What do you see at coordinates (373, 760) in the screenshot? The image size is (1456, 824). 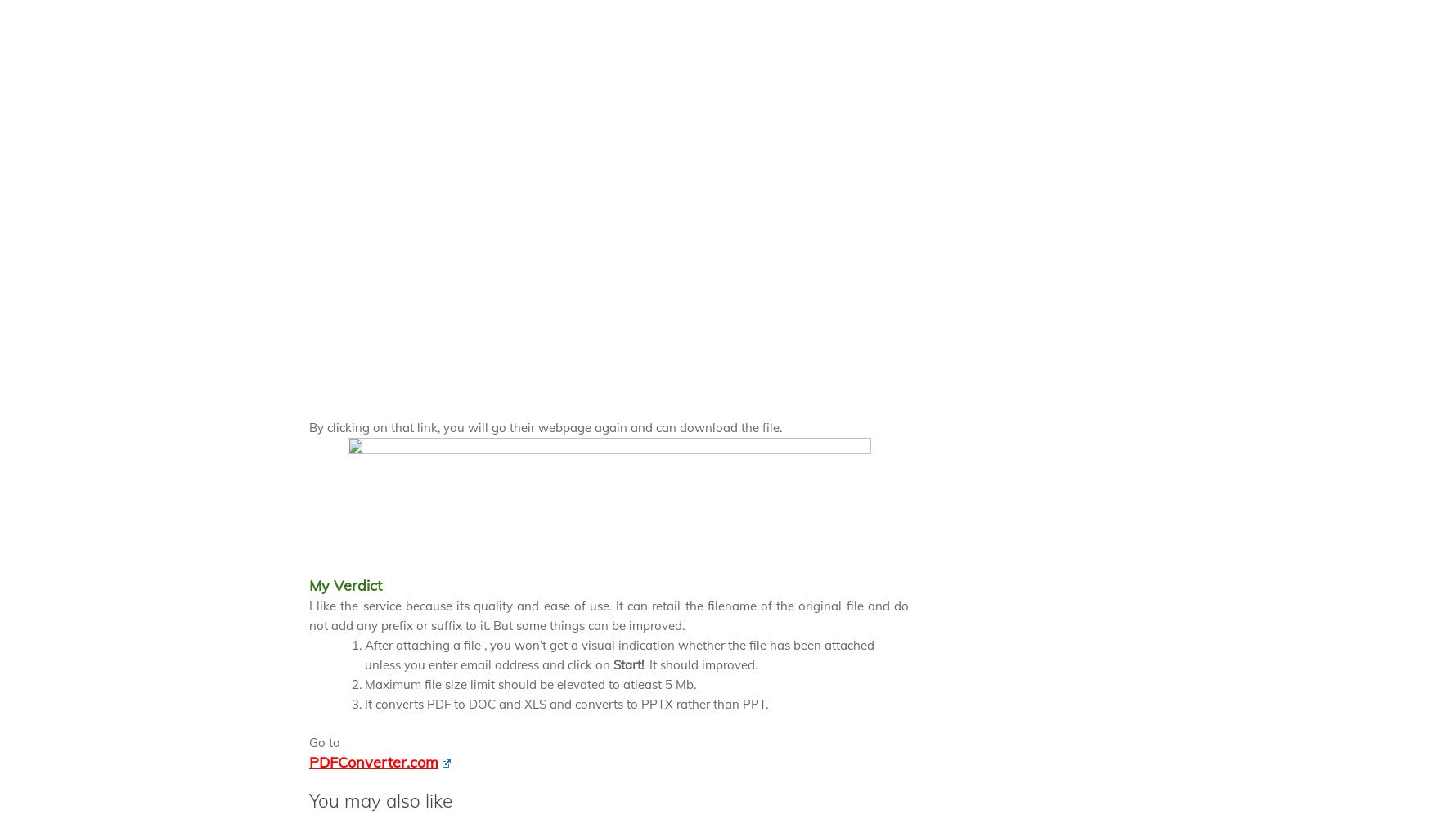 I see `'PDFConverter.com'` at bounding box center [373, 760].